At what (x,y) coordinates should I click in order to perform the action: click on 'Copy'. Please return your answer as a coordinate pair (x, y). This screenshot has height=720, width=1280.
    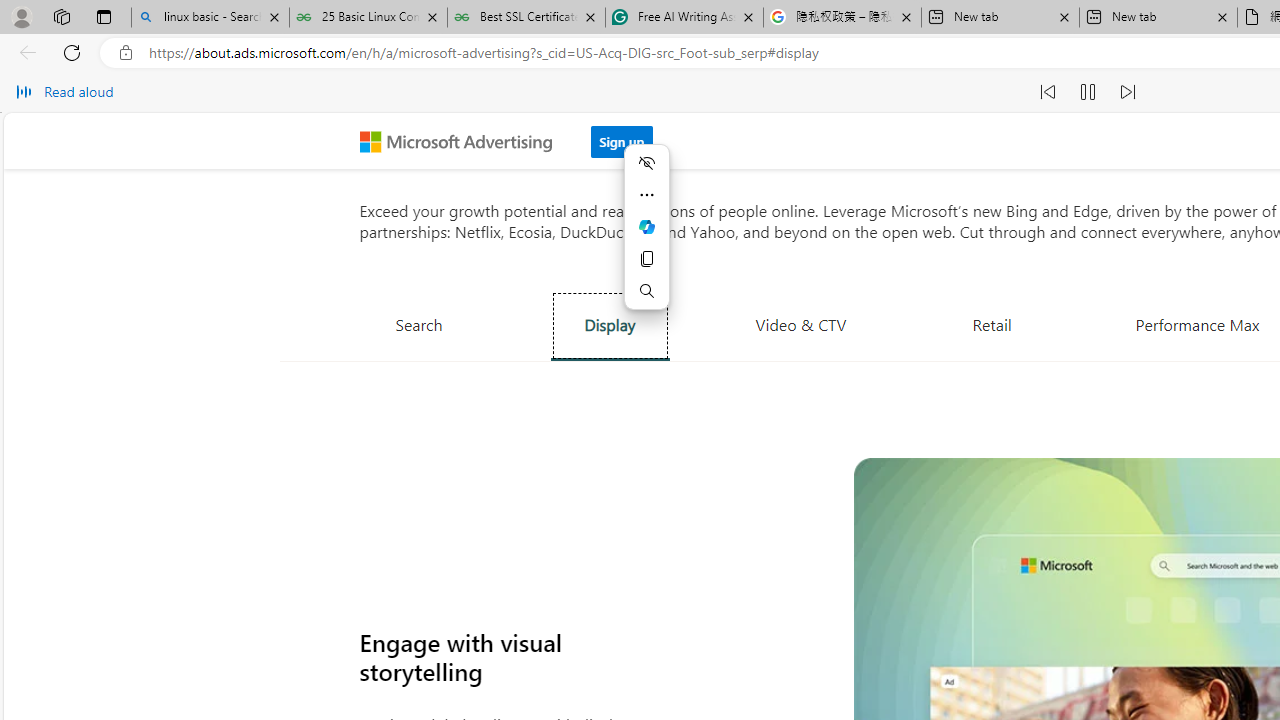
    Looking at the image, I should click on (647, 258).